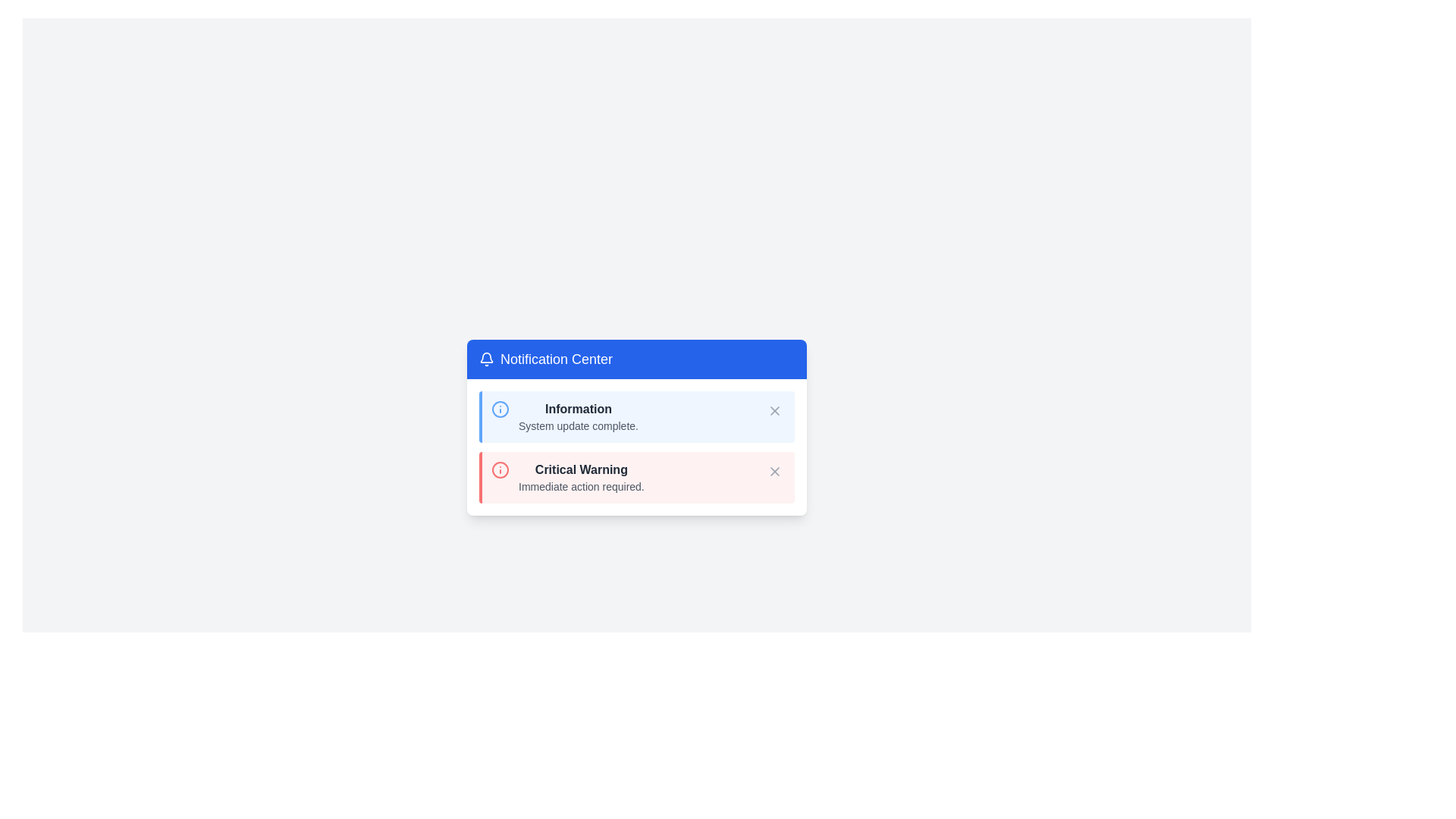  What do you see at coordinates (500, 409) in the screenshot?
I see `the informational icon located at the top left of the 'Information' notification entry in the notification center panel, adjacent to the text 'Information'` at bounding box center [500, 409].